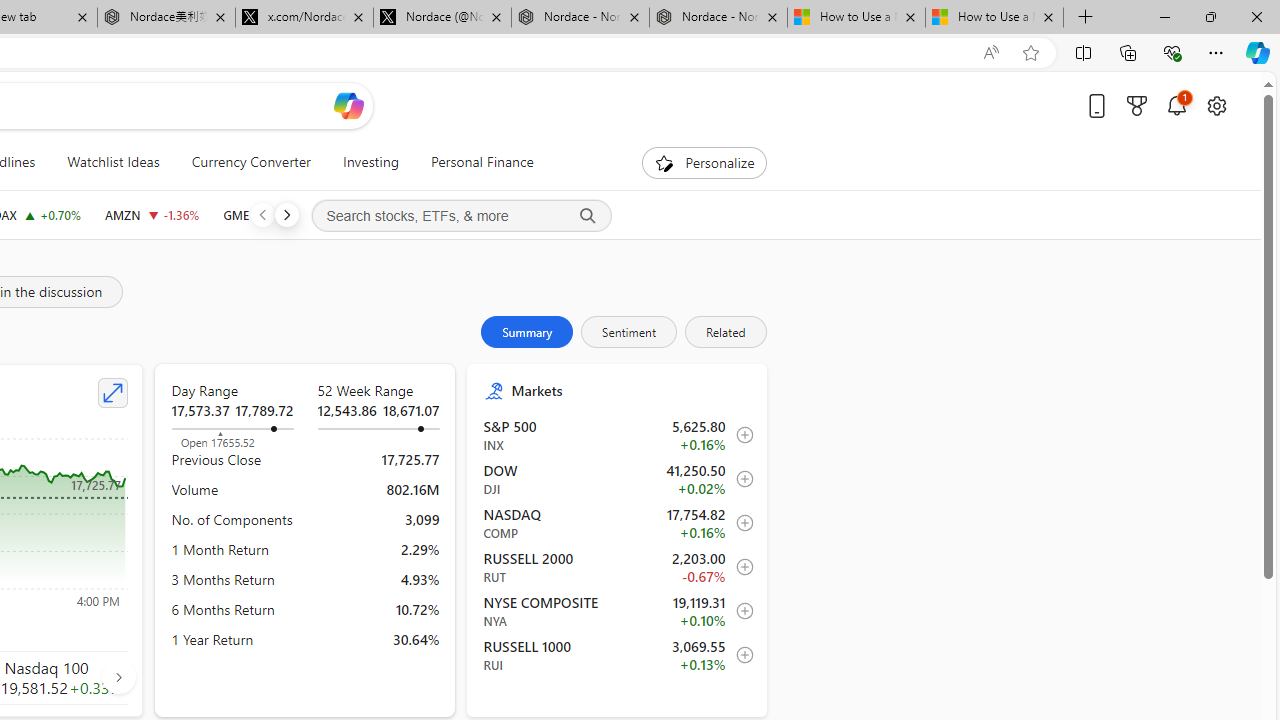 The image size is (1280, 720). I want to click on 'Currency Converter', so click(249, 162).